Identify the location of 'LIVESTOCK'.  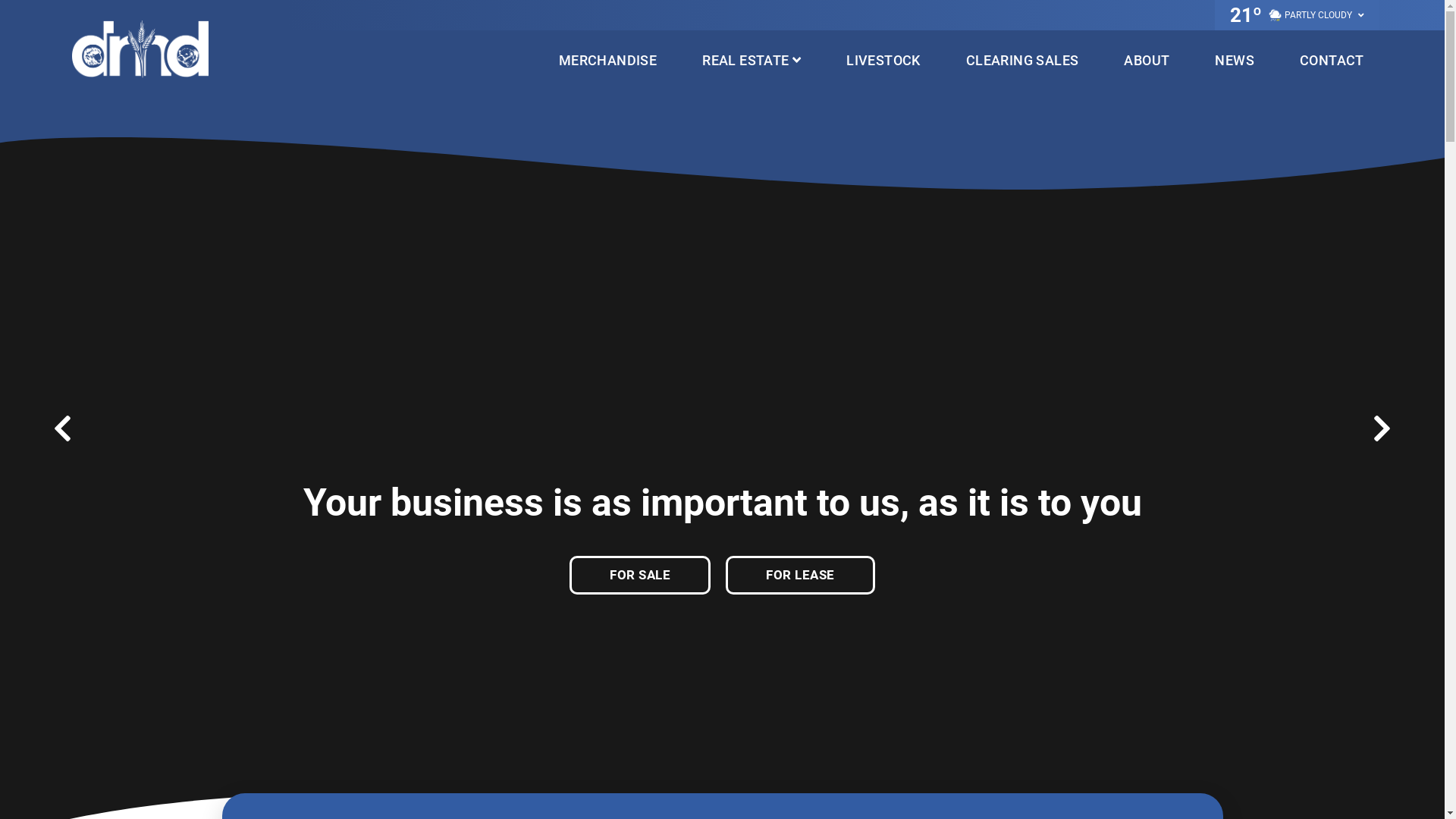
(883, 60).